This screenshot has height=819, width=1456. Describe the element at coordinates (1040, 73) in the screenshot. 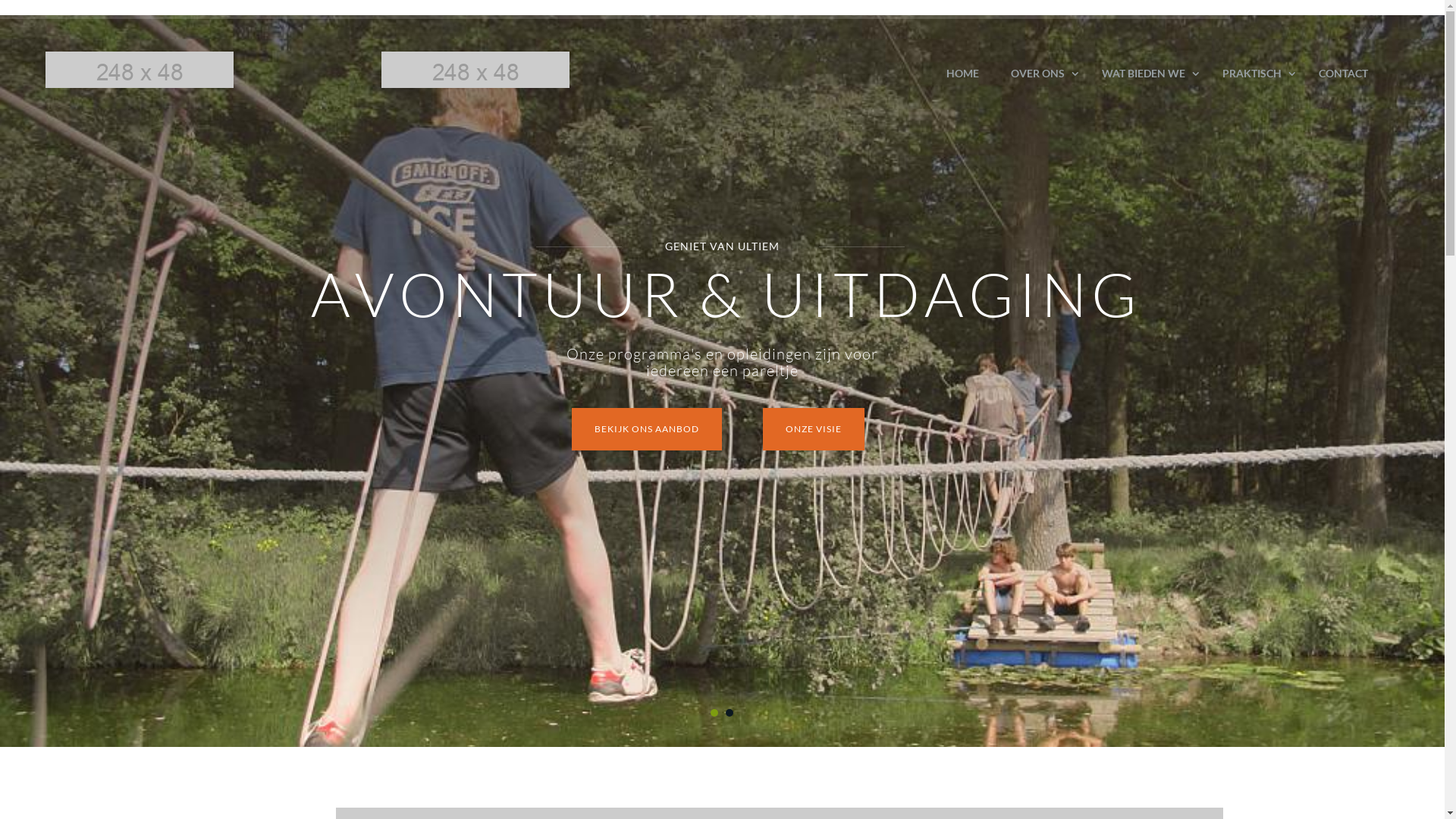

I see `'OVER ONS'` at that location.